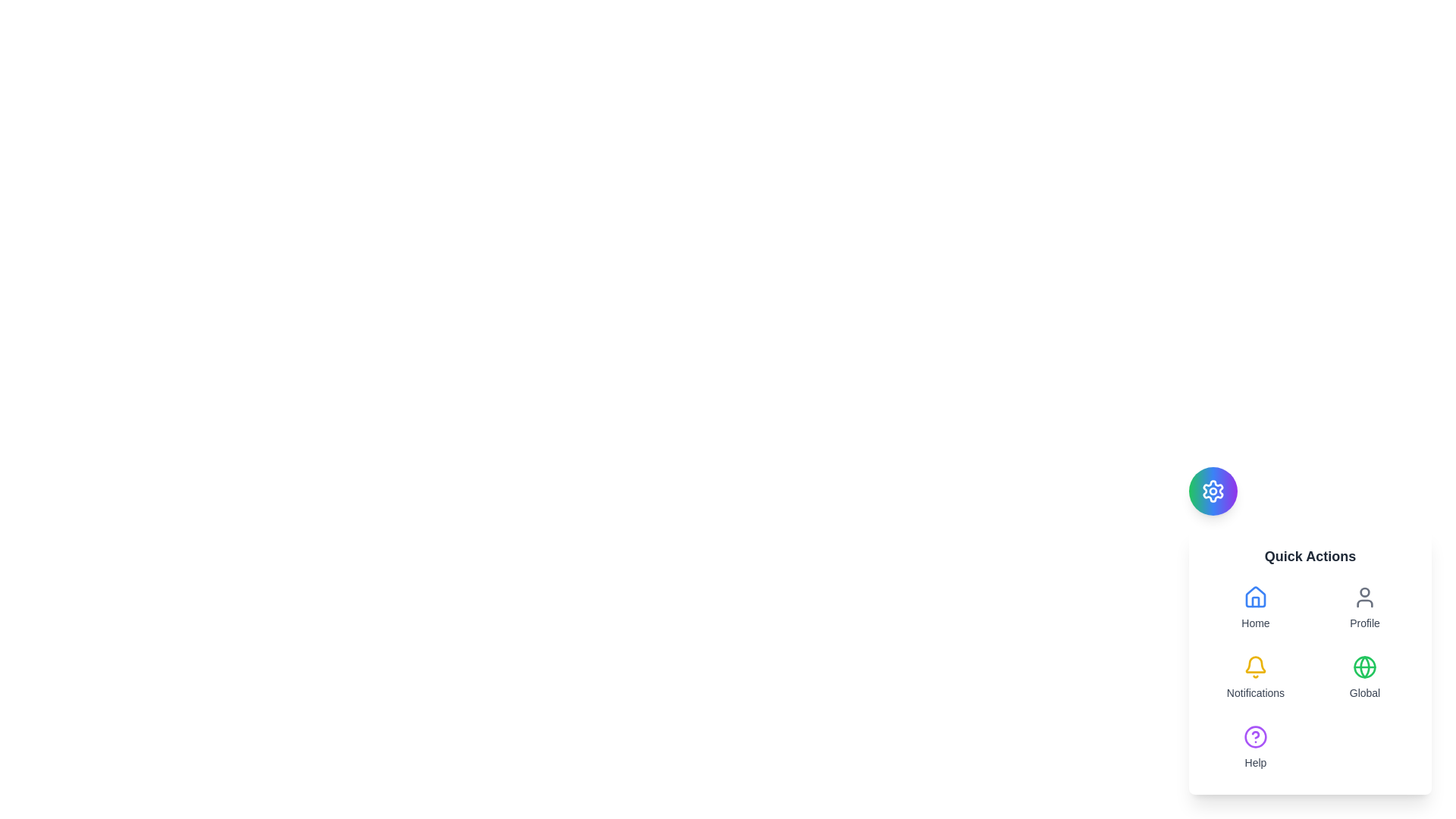 This screenshot has width=1456, height=819. I want to click on the text label that describes the Help functionality, located at the bottom-right corner of the interface, beneath the purple help icon, so click(1256, 763).